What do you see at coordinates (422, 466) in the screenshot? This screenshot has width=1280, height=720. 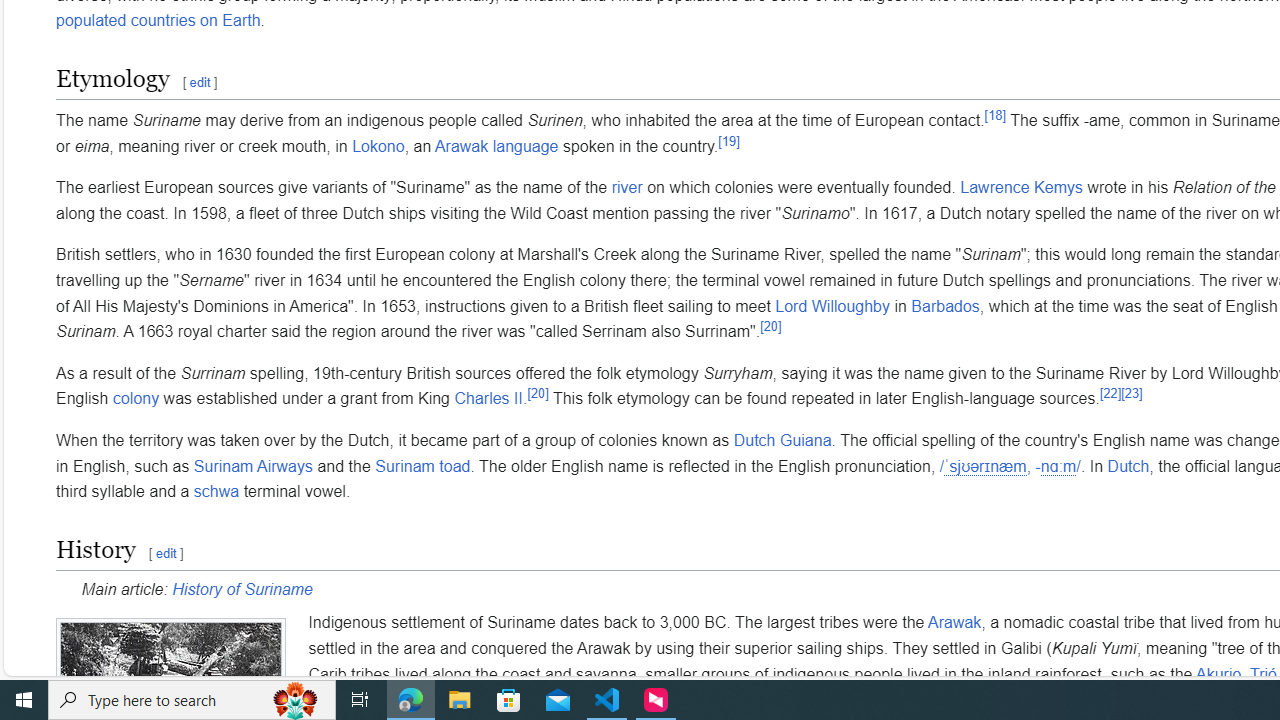 I see `'Surinam toad'` at bounding box center [422, 466].